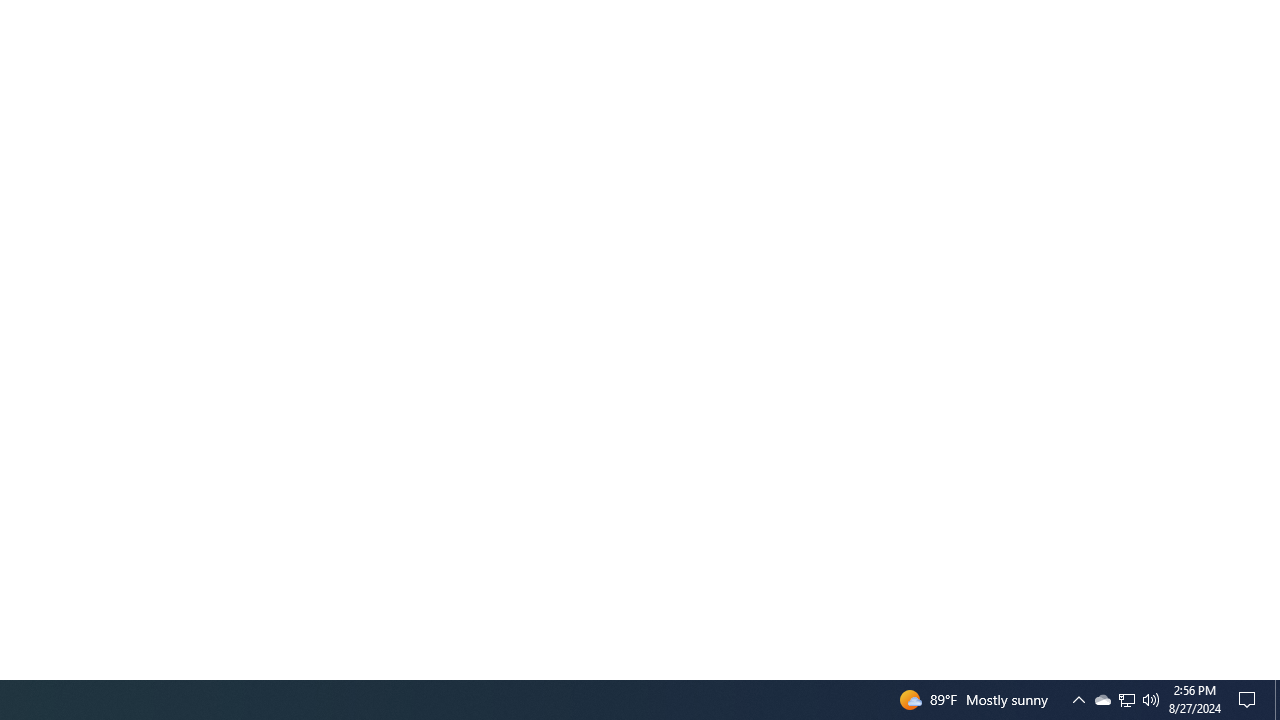  I want to click on 'User Promoted Notification Area', so click(1127, 698).